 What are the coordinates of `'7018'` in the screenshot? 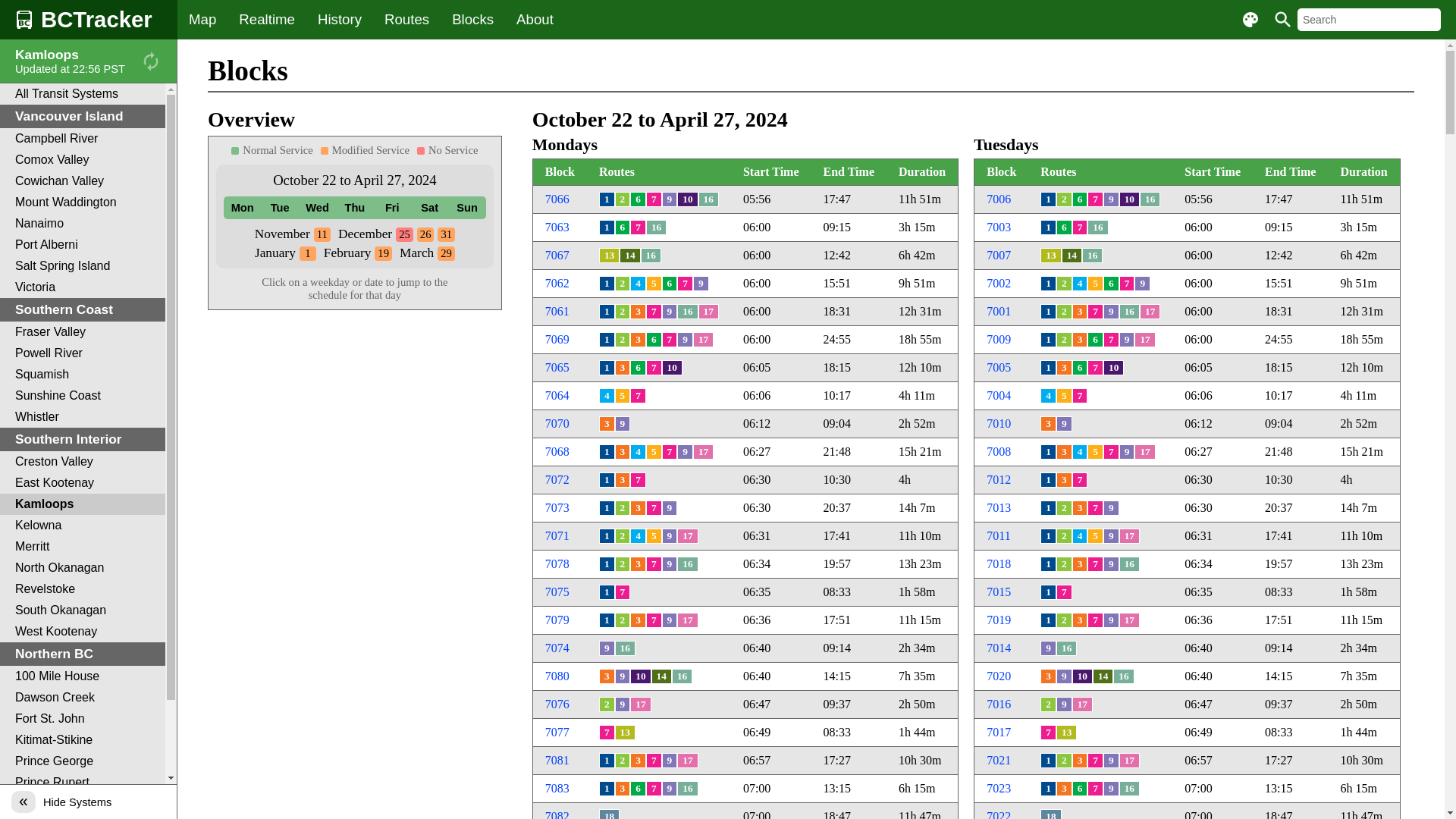 It's located at (998, 563).